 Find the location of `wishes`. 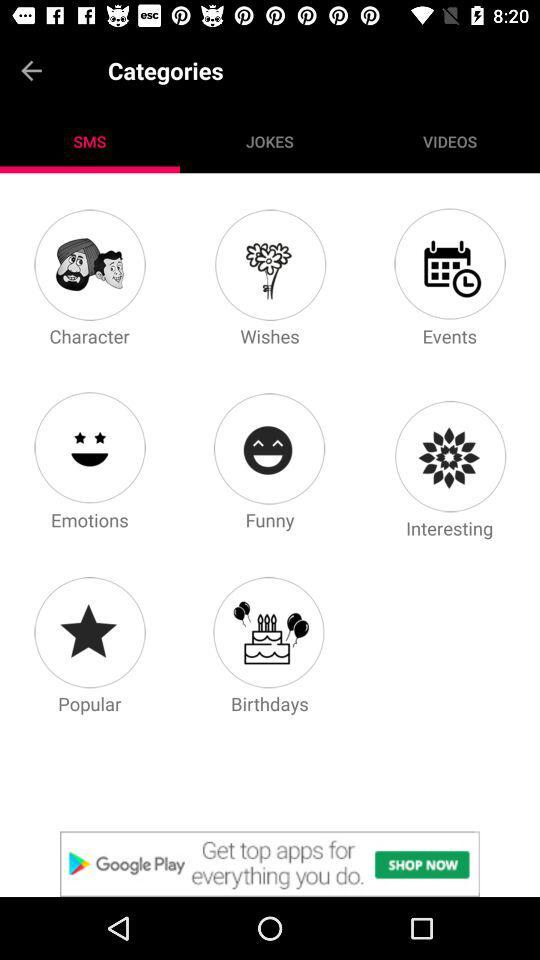

wishes is located at coordinates (269, 263).